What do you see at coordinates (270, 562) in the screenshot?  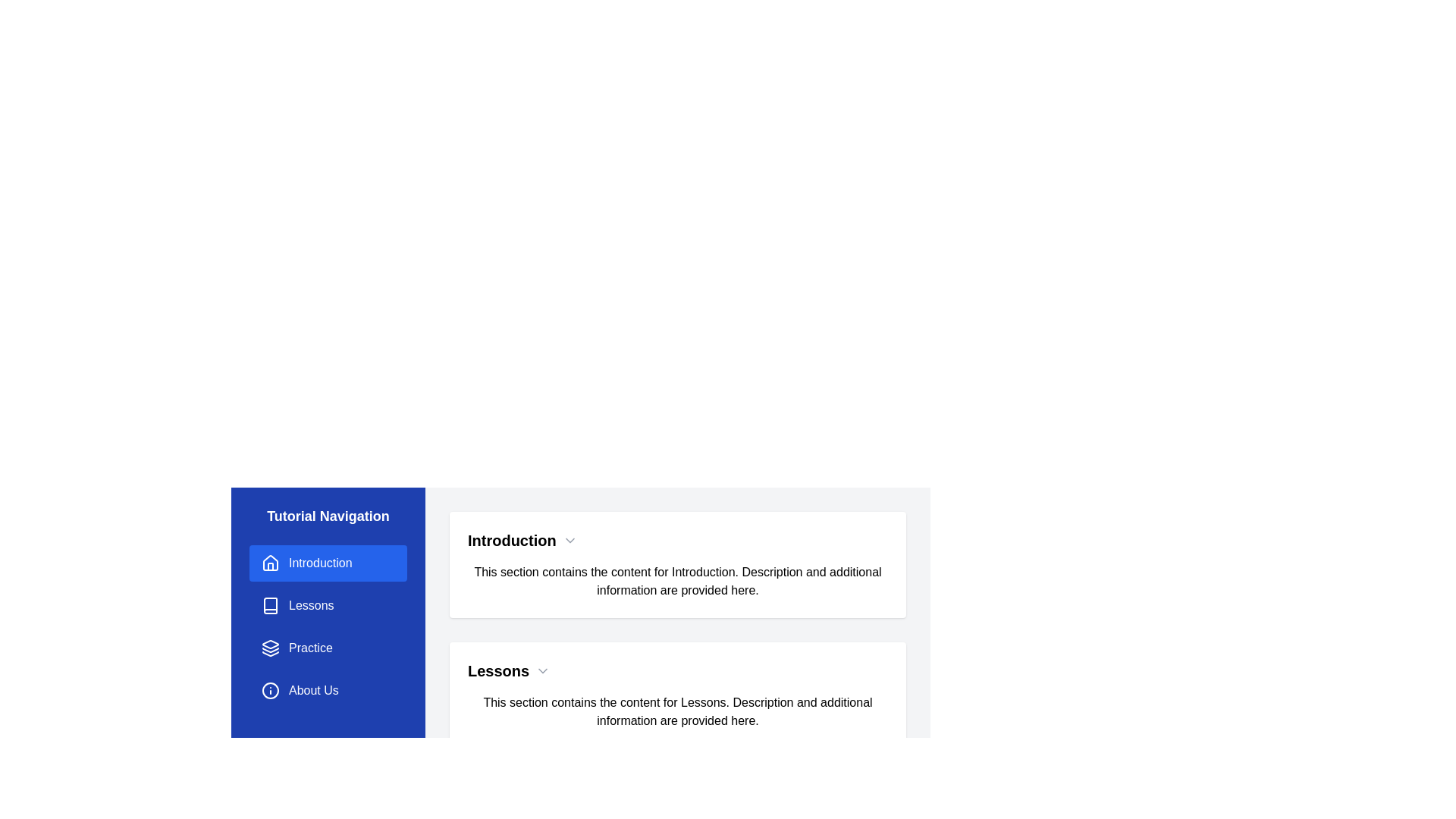 I see `the 'Introduction' icon located at the top of the button in the sidebar navigation menu` at bounding box center [270, 562].